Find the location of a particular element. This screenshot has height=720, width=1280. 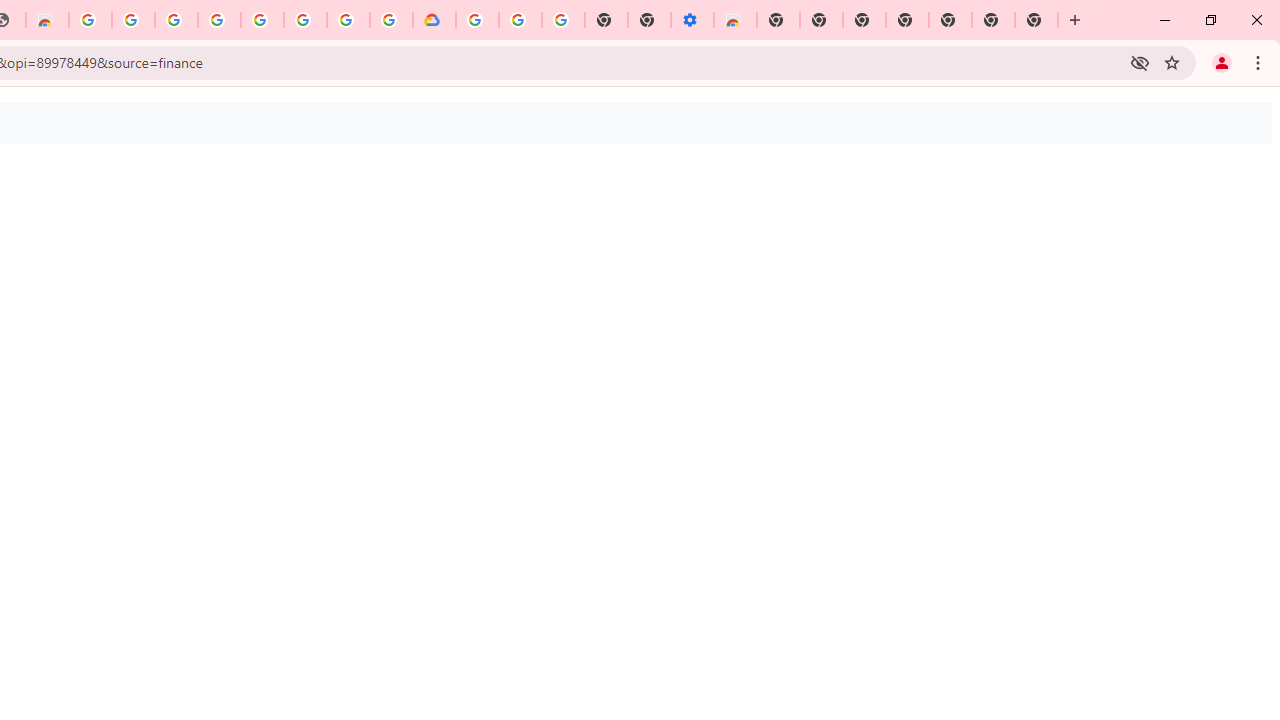

'New Tab' is located at coordinates (1036, 20).